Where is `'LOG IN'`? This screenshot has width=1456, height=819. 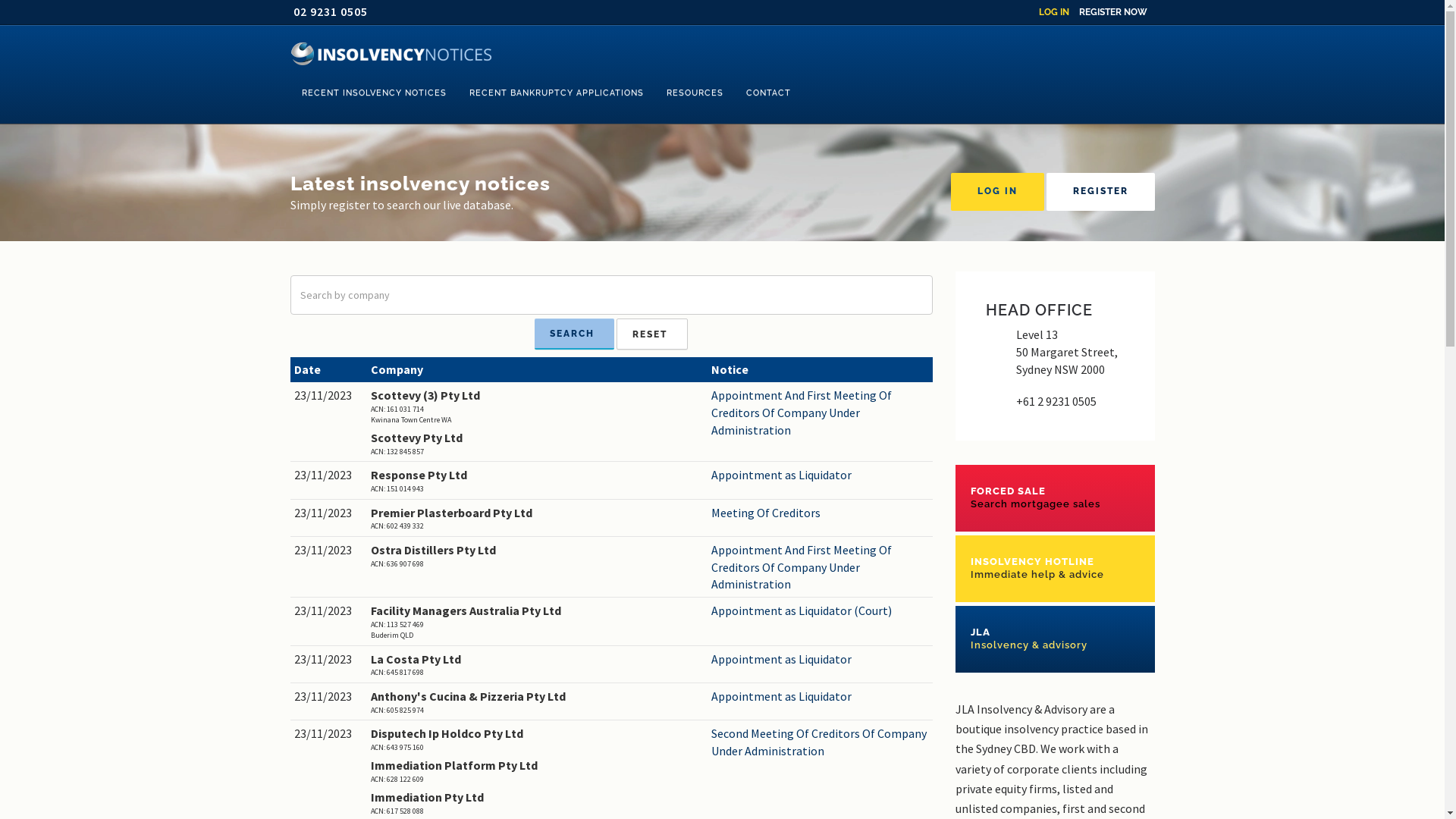 'LOG IN' is located at coordinates (1053, 11).